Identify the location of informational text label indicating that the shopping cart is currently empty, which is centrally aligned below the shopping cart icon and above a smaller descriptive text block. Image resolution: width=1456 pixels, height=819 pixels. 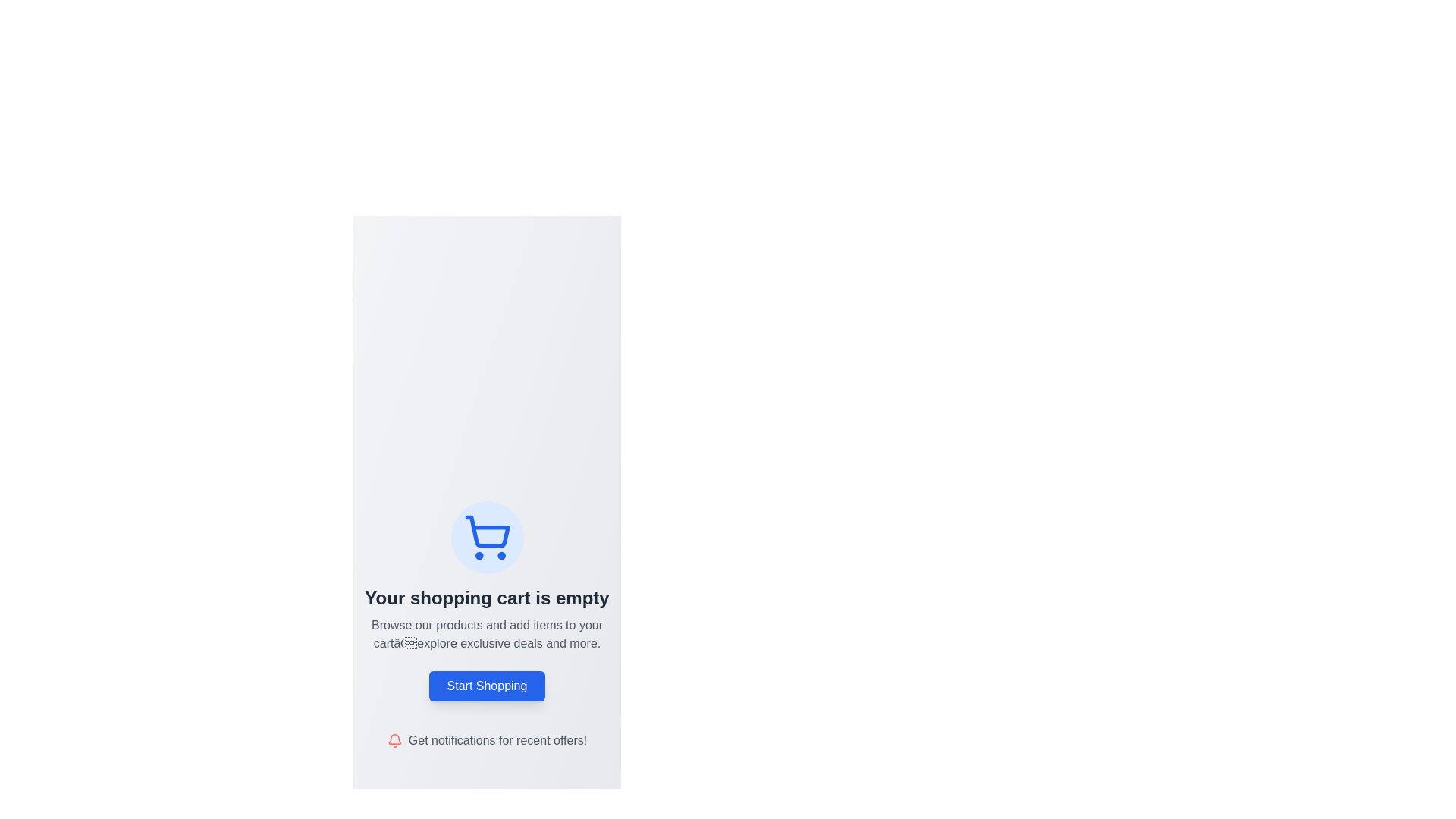
(487, 598).